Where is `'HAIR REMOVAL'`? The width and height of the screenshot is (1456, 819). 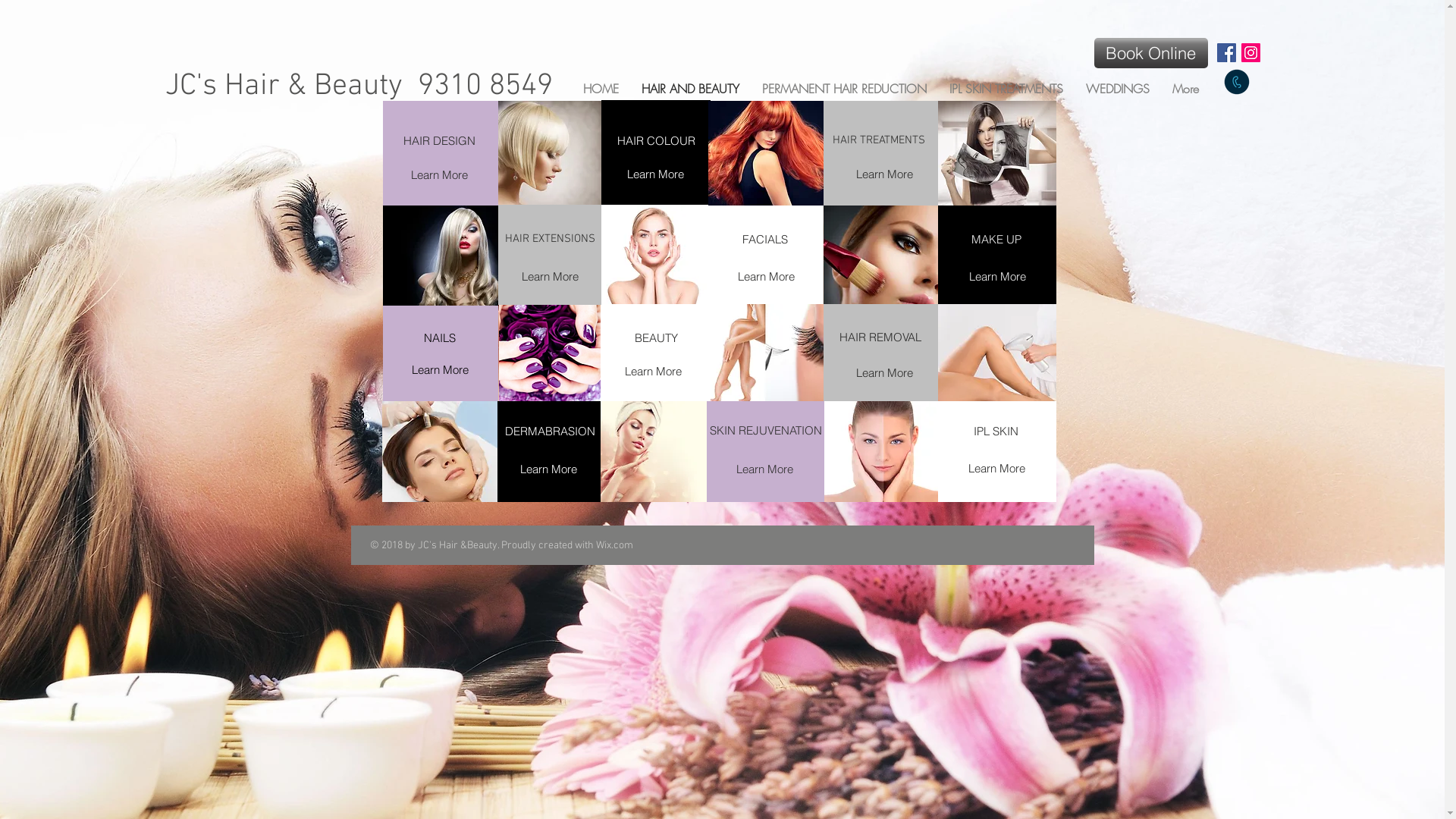
'HAIR REMOVAL' is located at coordinates (880, 336).